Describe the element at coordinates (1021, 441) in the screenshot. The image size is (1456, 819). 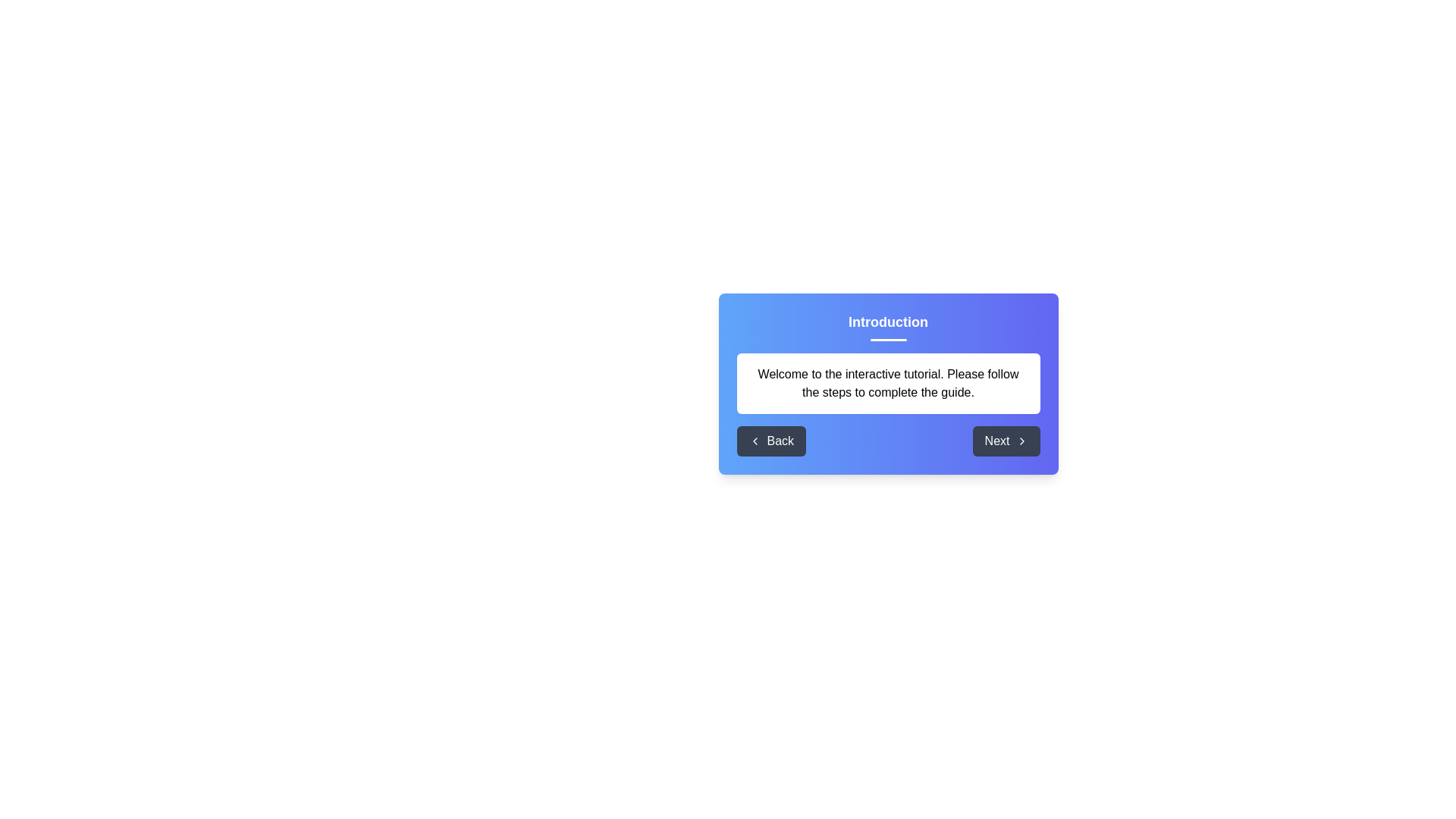
I see `the button labeled 'Next' located in the bottom right of the dialog box, which contains a right-facing chevron icon` at that location.